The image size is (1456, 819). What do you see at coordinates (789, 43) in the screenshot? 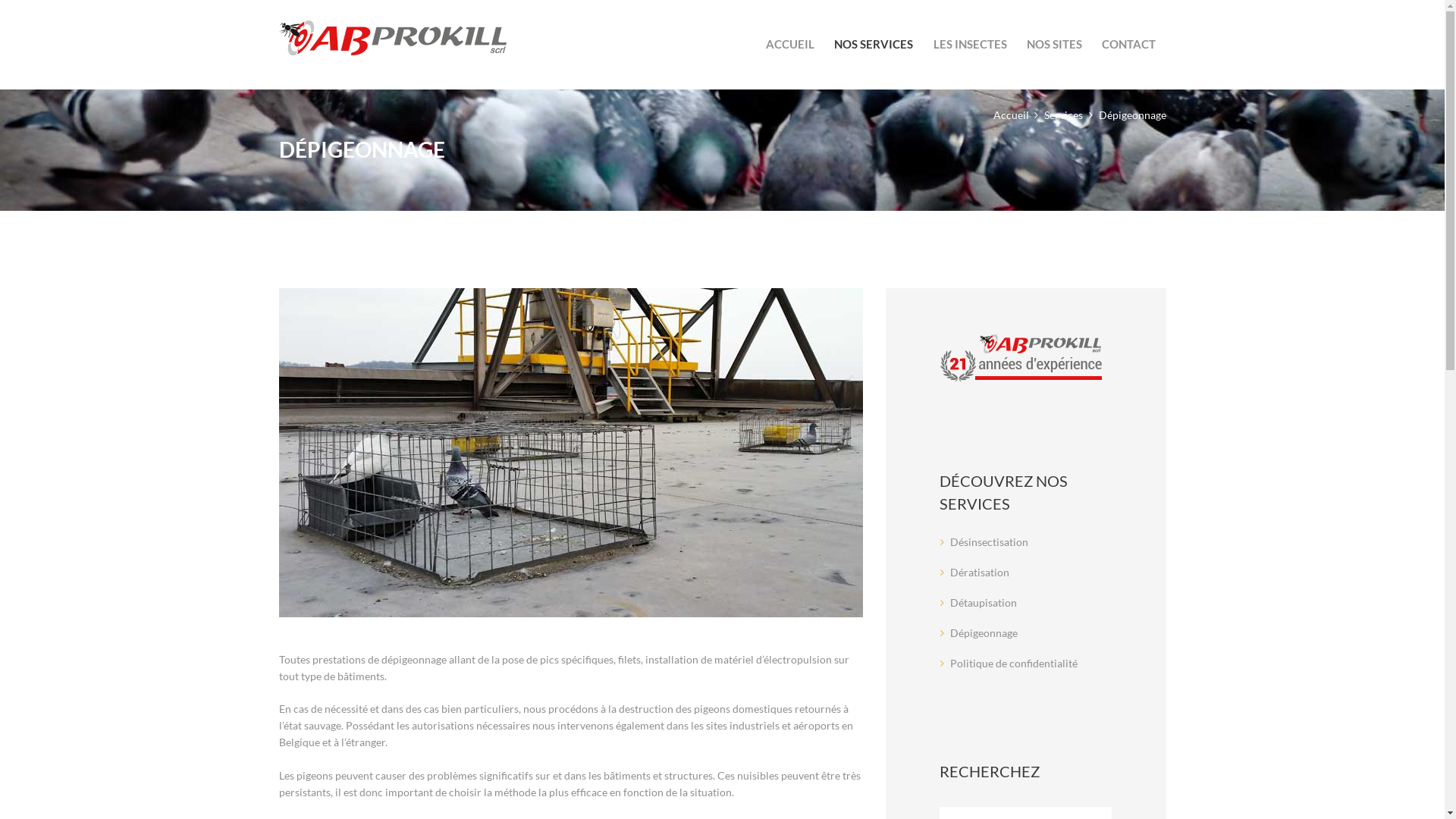
I see `'ACCUEIL'` at bounding box center [789, 43].